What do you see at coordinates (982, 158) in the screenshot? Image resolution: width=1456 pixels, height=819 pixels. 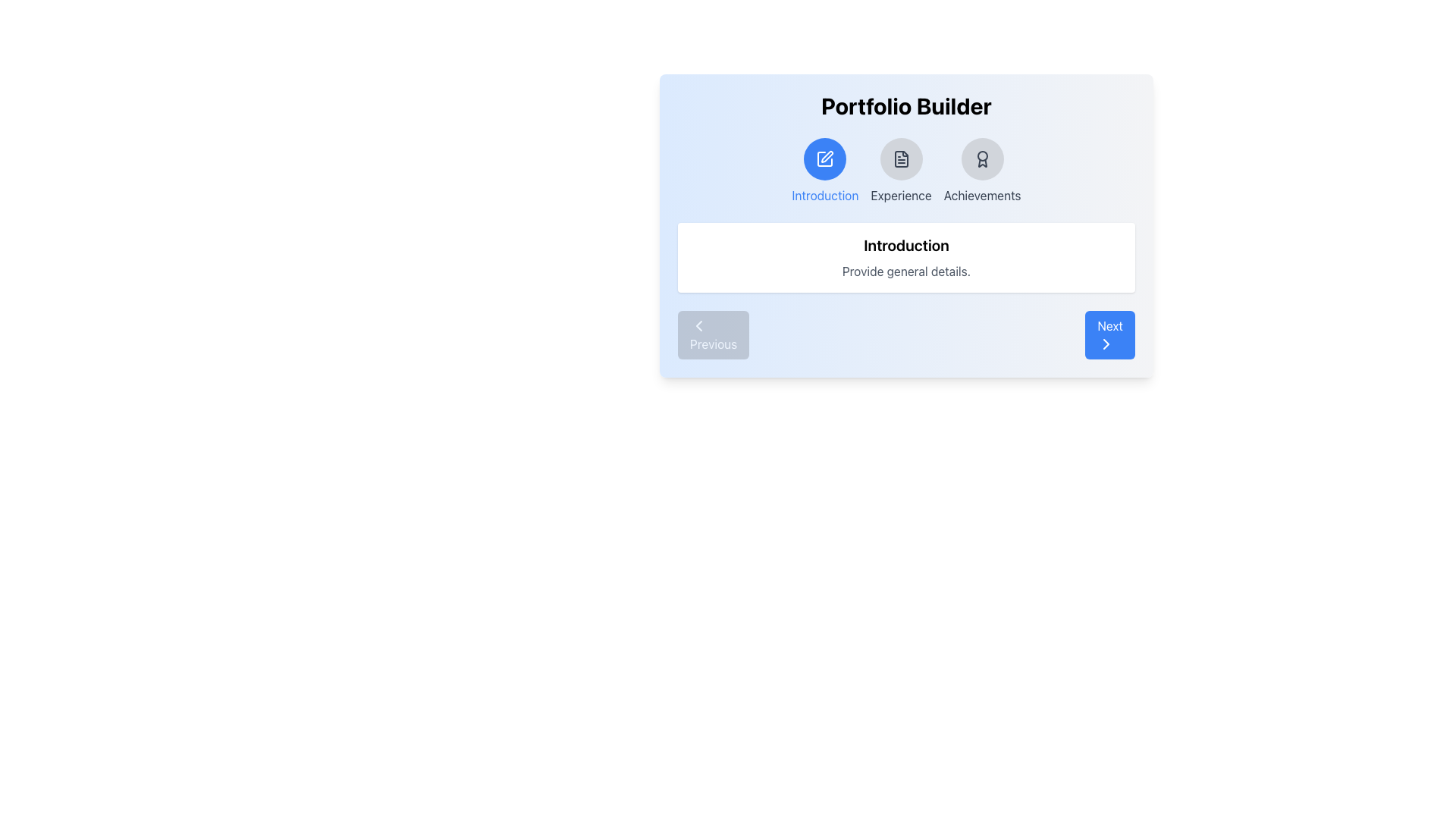 I see `the award icon styled as a ribbon or medal, which is the third icon below the 'Portfolio Builder' label` at bounding box center [982, 158].